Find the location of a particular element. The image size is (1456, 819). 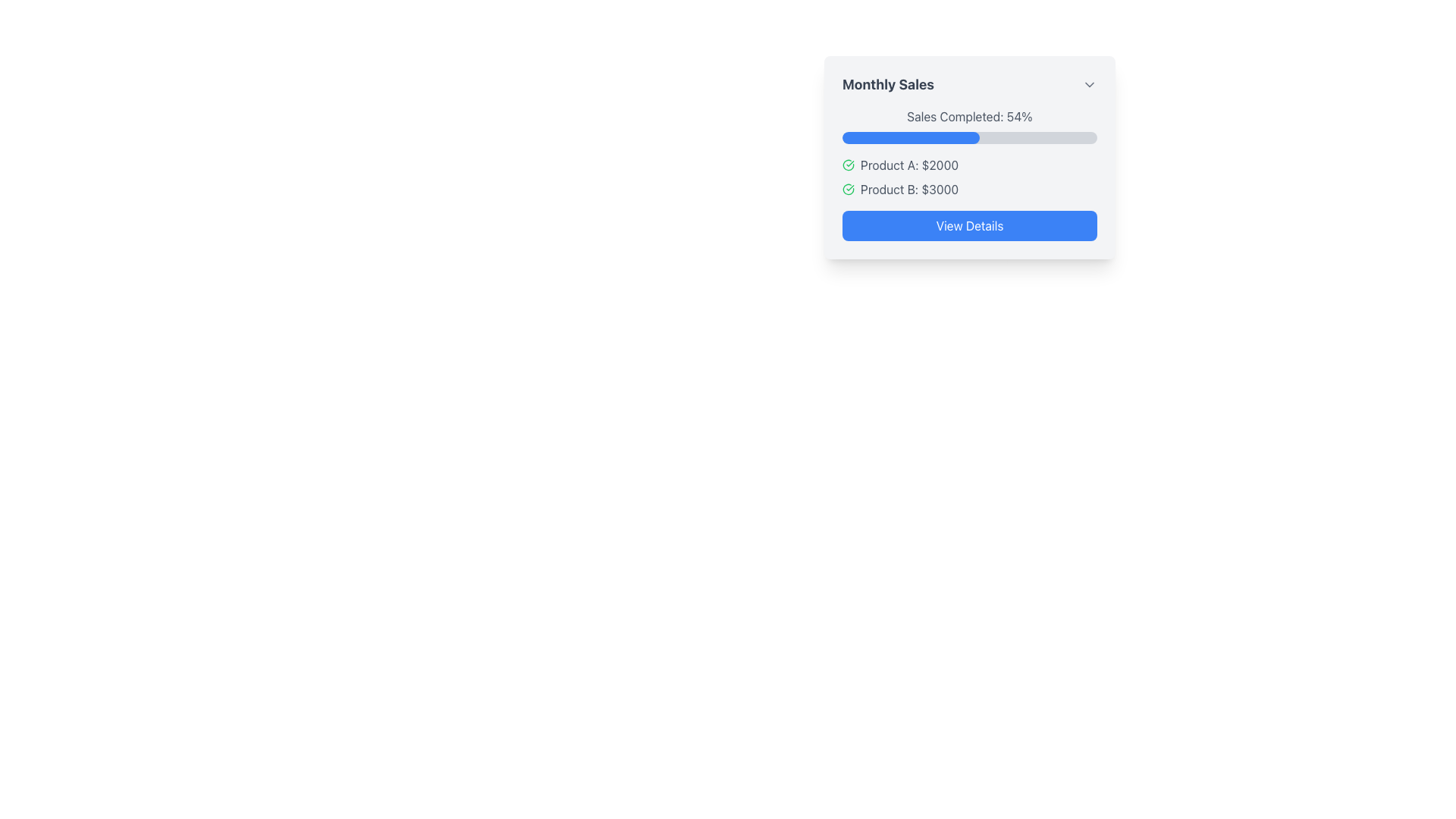

the Status indicator icon that indicates a completed status for 'Product A', located in the 'Product A: $2000' section to the left of the text is located at coordinates (847, 165).